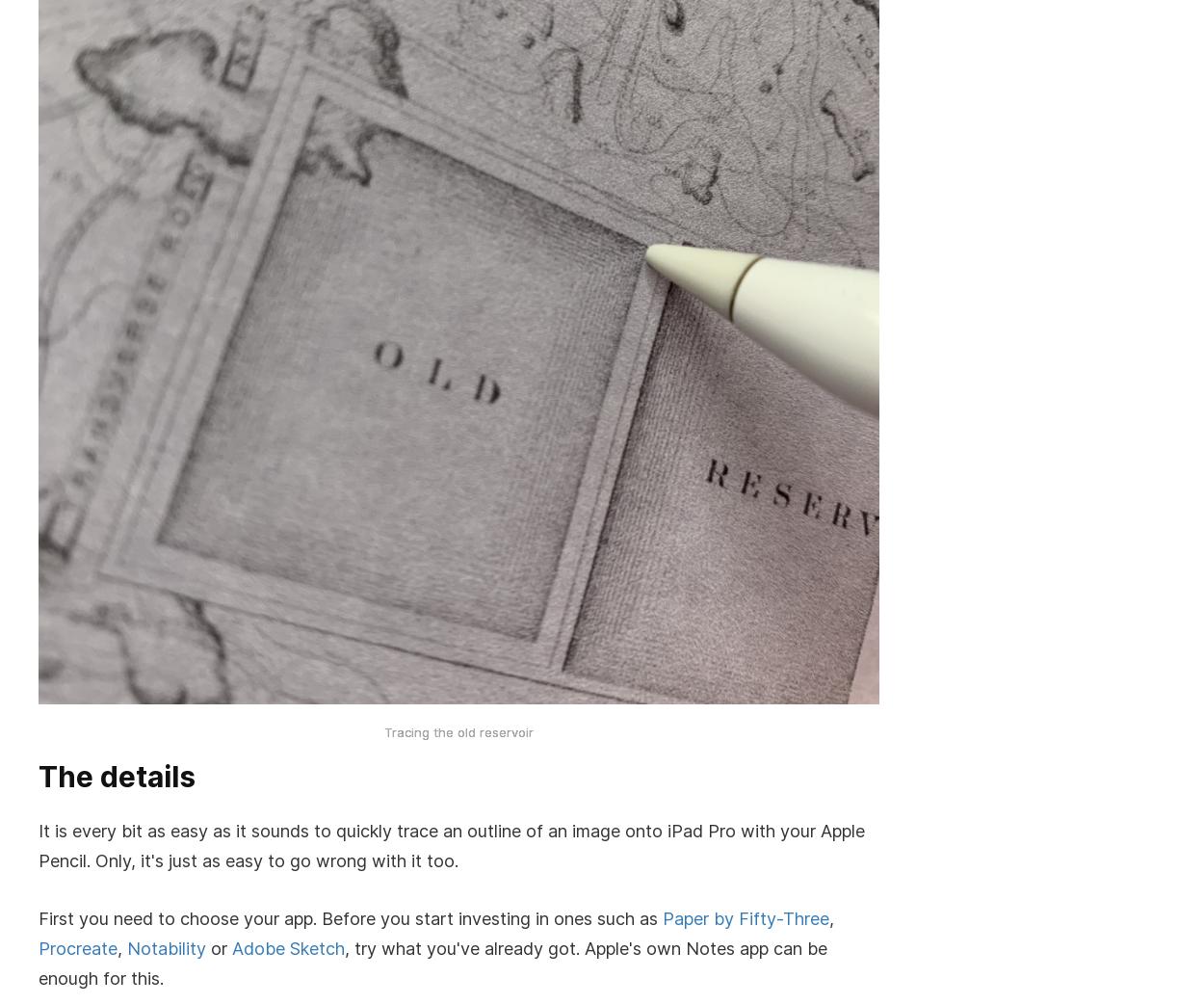 The image size is (1204, 1005). I want to click on 'Procreate', so click(77, 948).